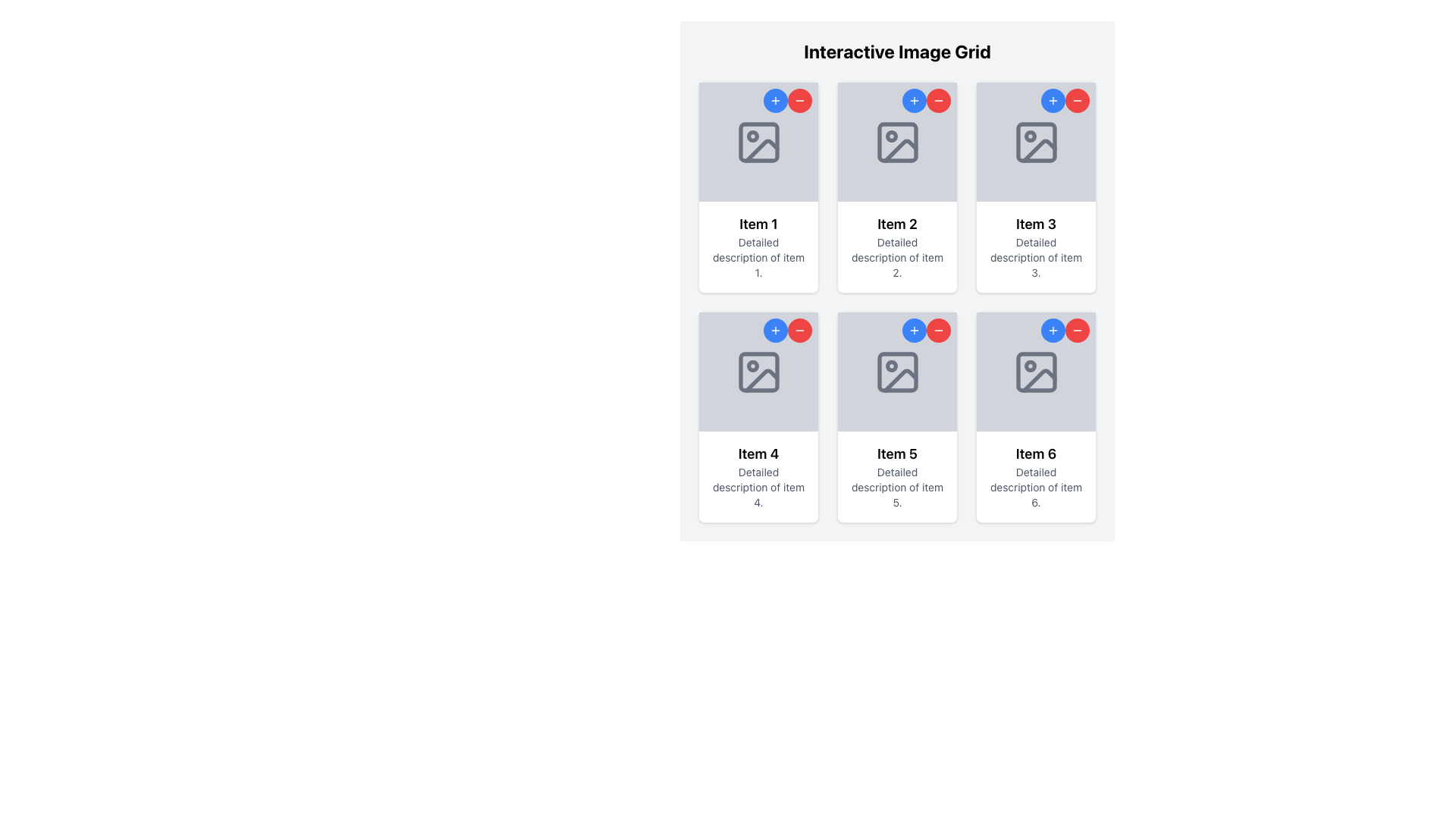 The height and width of the screenshot is (819, 1456). Describe the element at coordinates (799, 329) in the screenshot. I see `the circular red button with a white minus line located in the top-right corner of the card labeled 'Item 5'` at that location.